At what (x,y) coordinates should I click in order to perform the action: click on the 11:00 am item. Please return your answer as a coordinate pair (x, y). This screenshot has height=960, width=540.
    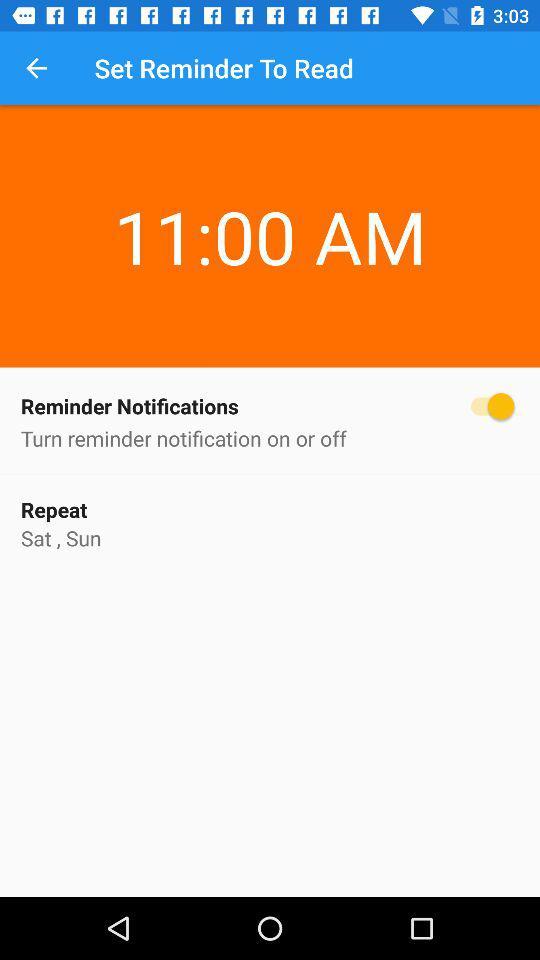
    Looking at the image, I should click on (270, 199).